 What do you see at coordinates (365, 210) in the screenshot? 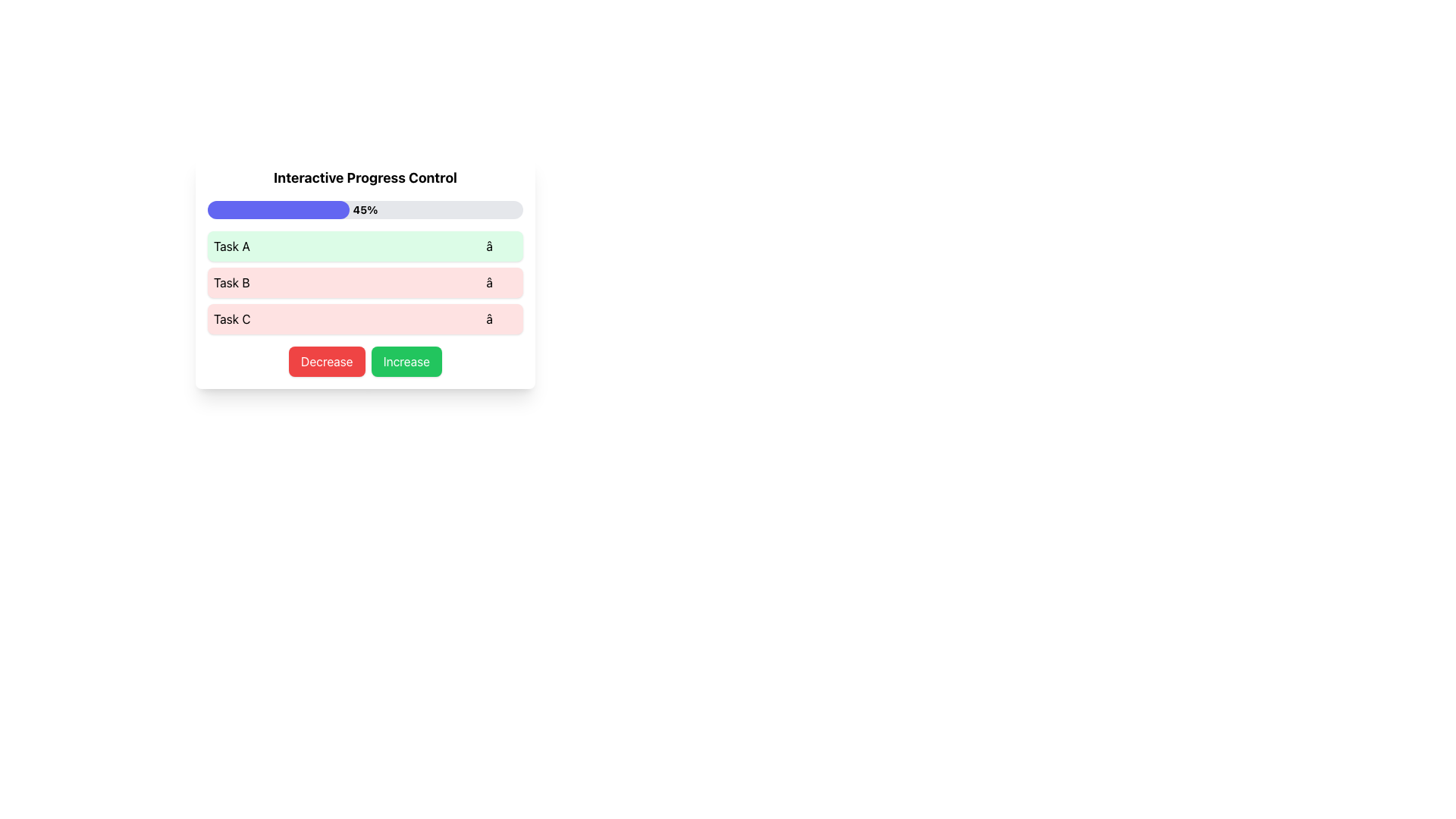
I see `the progress bar that visually represents the completion percentage of a task, currently showing '45%'` at bounding box center [365, 210].